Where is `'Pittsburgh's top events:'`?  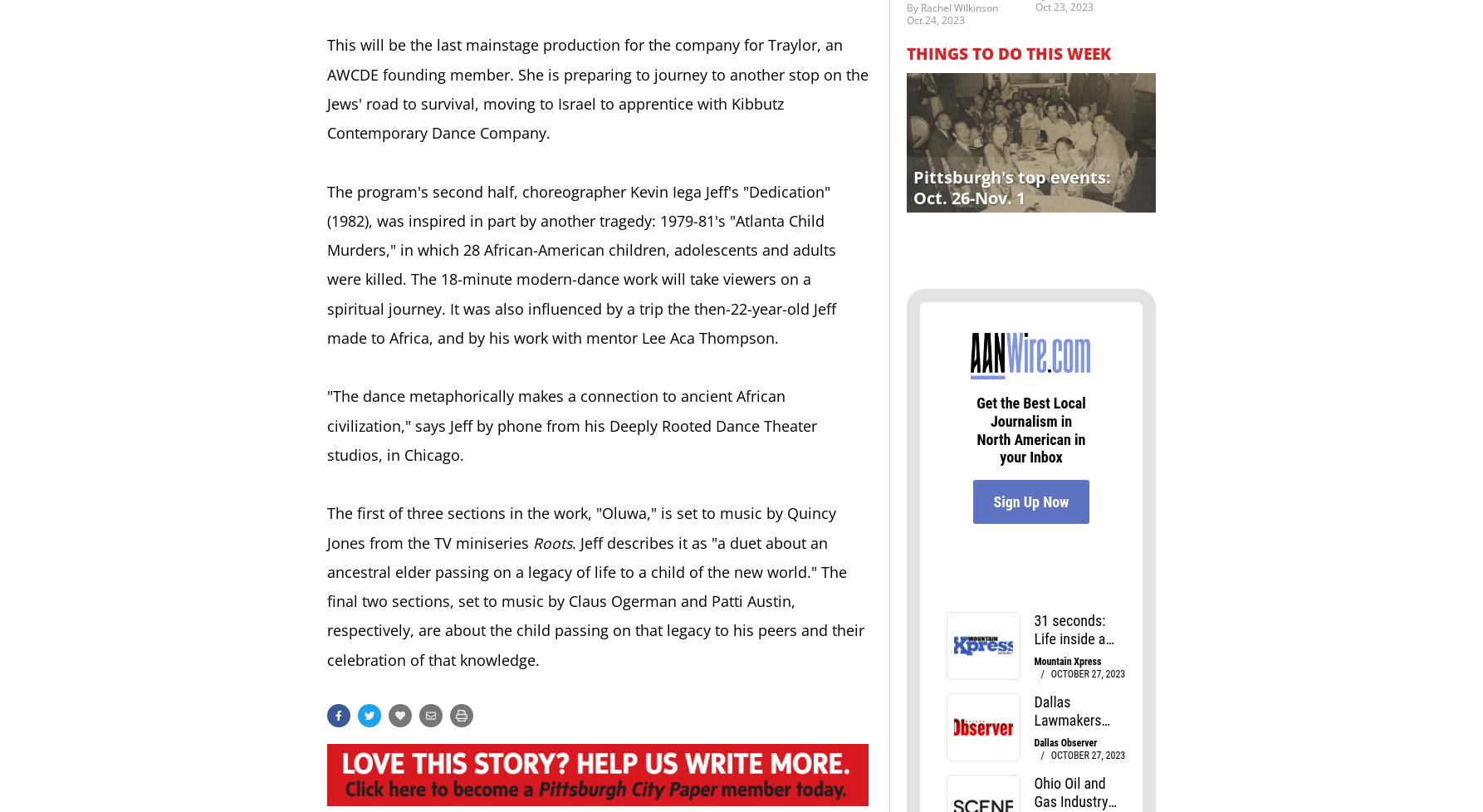 'Pittsburgh's top events:' is located at coordinates (1011, 176).